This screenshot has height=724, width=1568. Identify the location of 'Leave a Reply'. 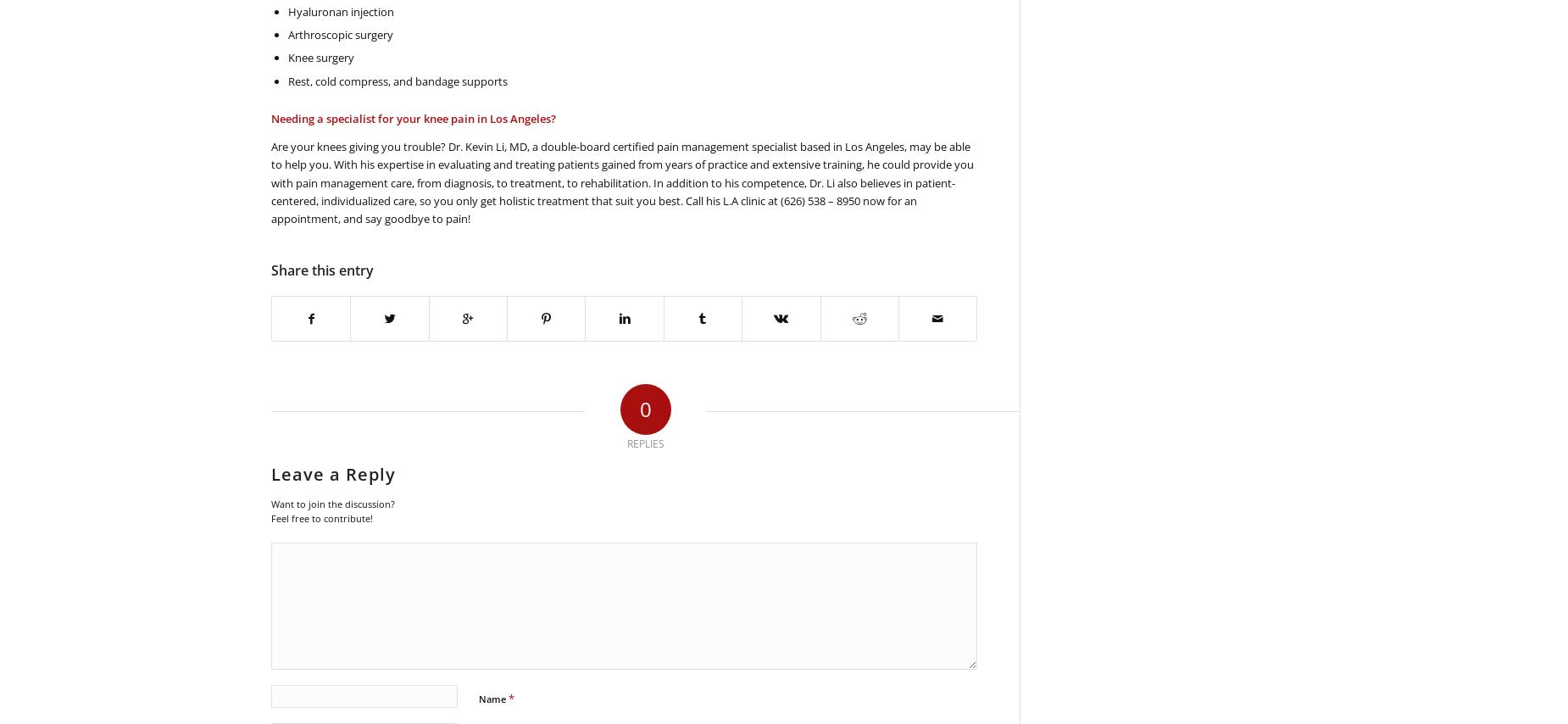
(270, 473).